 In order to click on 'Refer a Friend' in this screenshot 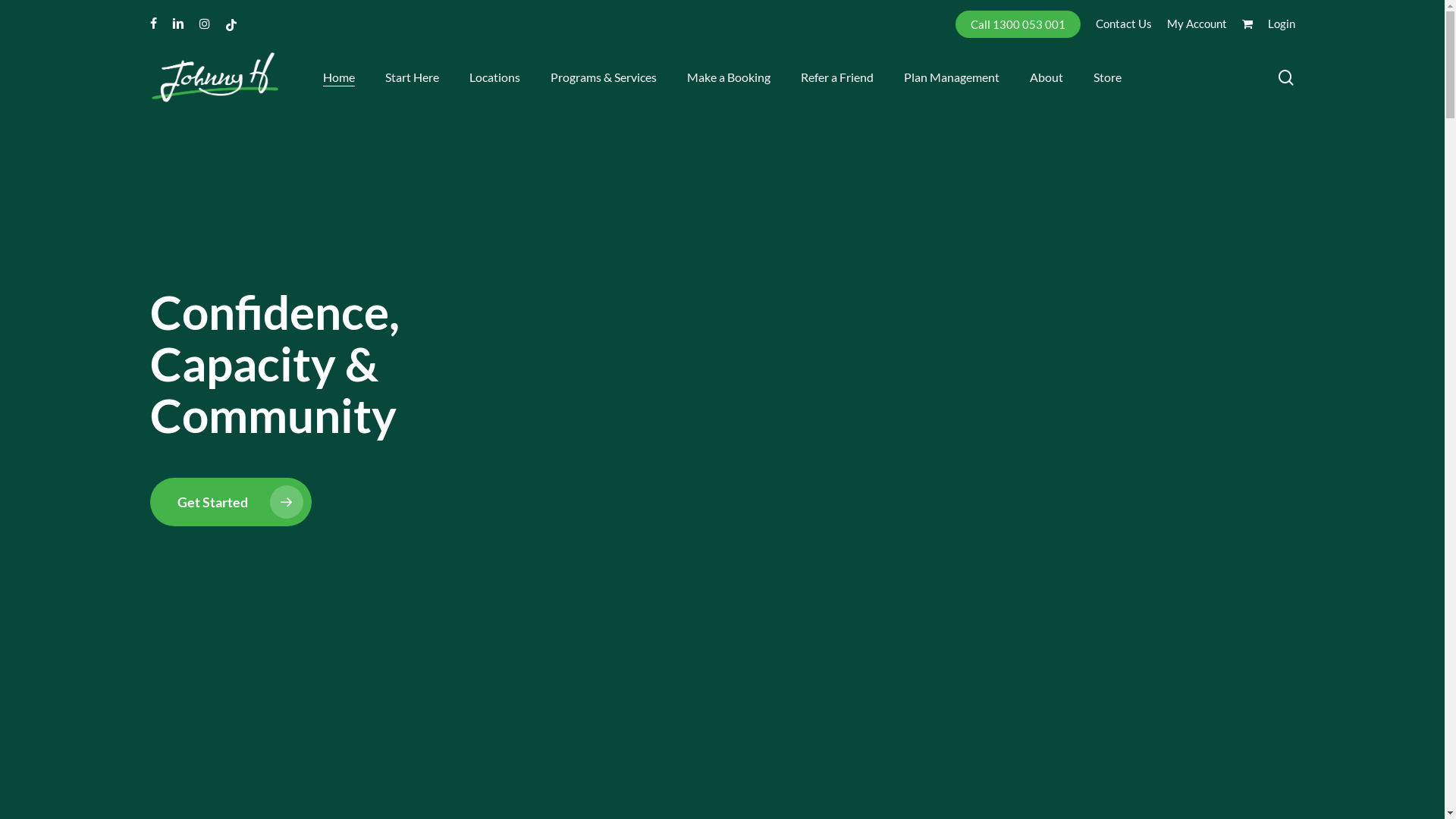, I will do `click(836, 77)`.